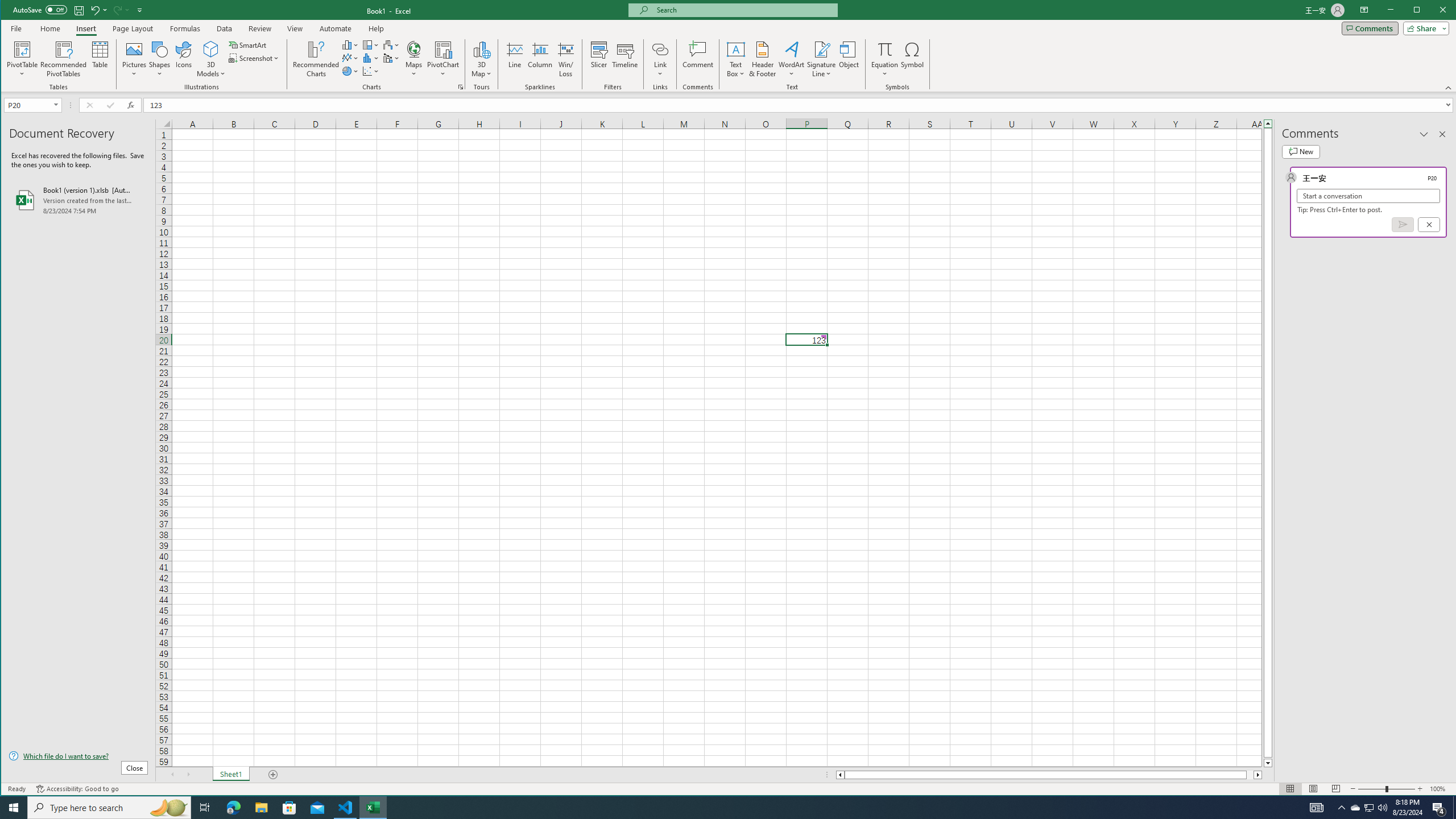  Describe the element at coordinates (1342, 806) in the screenshot. I see `'Notification Chevron'` at that location.